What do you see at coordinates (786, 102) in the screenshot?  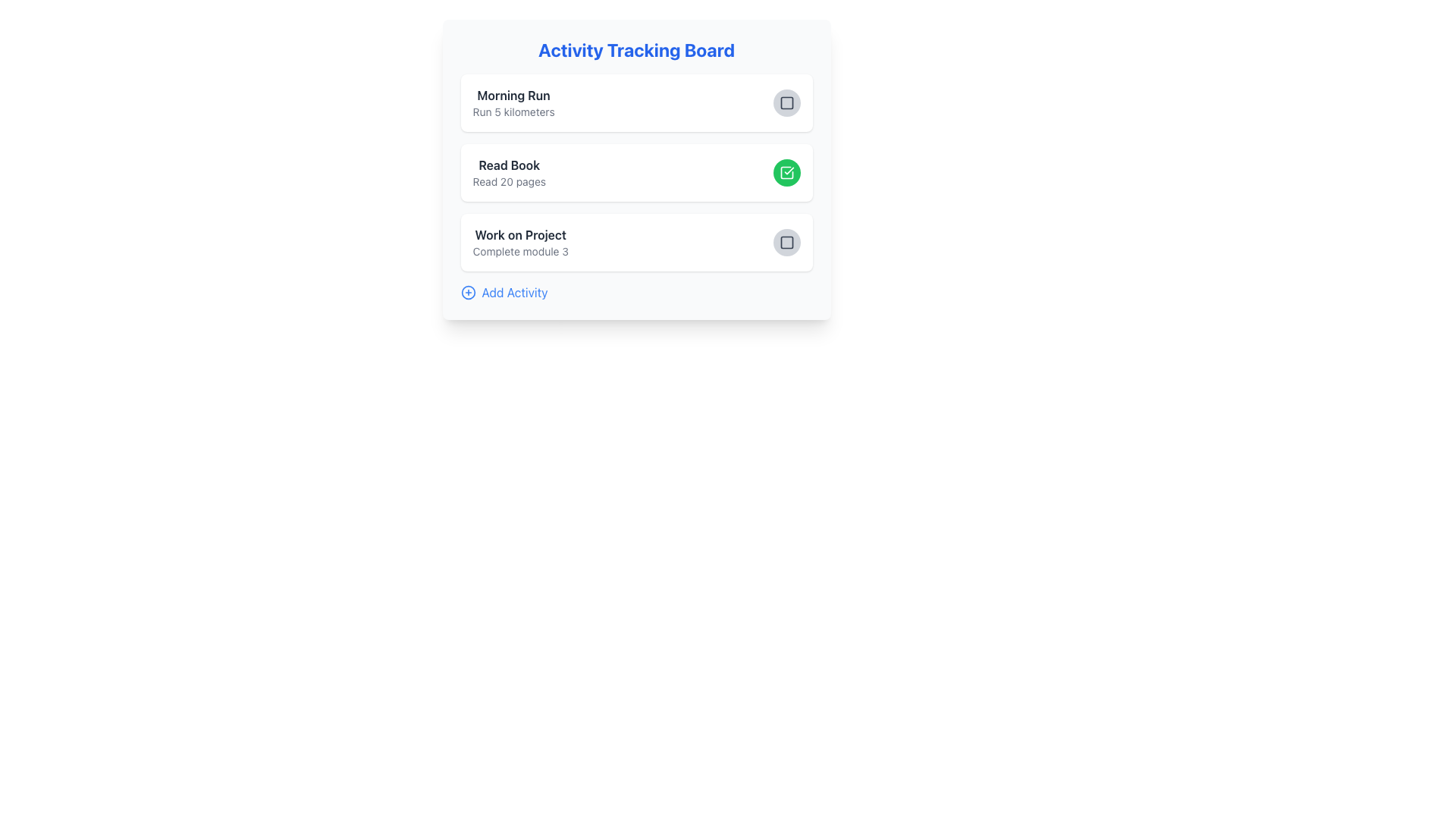 I see `the red status icon at the far-right of the 'Morning Run' row` at bounding box center [786, 102].